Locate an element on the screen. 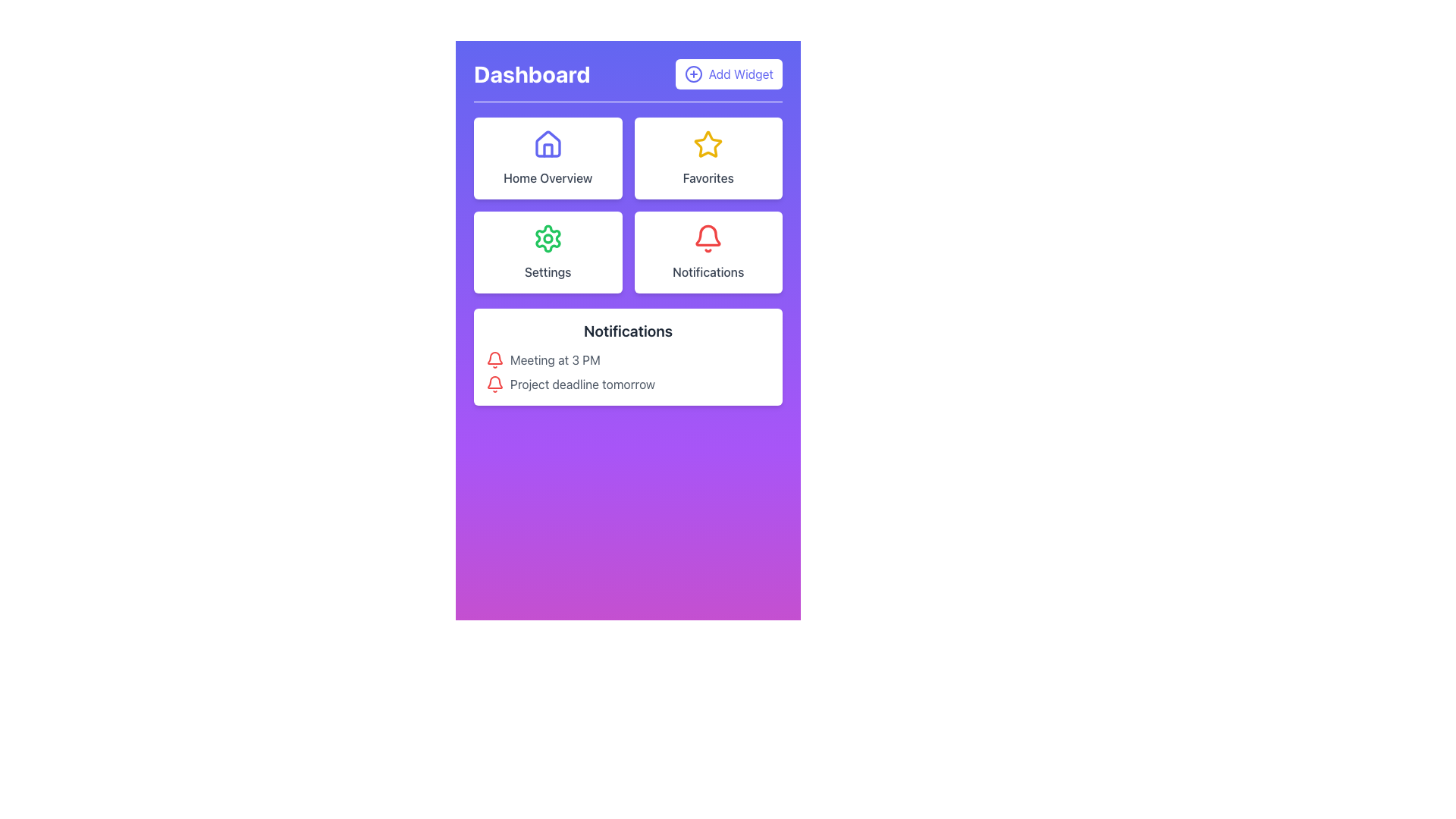 Image resolution: width=1456 pixels, height=819 pixels. text content of the bold 'Dashboard' label displayed in white against a purple background, located at the top left of the header area is located at coordinates (532, 74).